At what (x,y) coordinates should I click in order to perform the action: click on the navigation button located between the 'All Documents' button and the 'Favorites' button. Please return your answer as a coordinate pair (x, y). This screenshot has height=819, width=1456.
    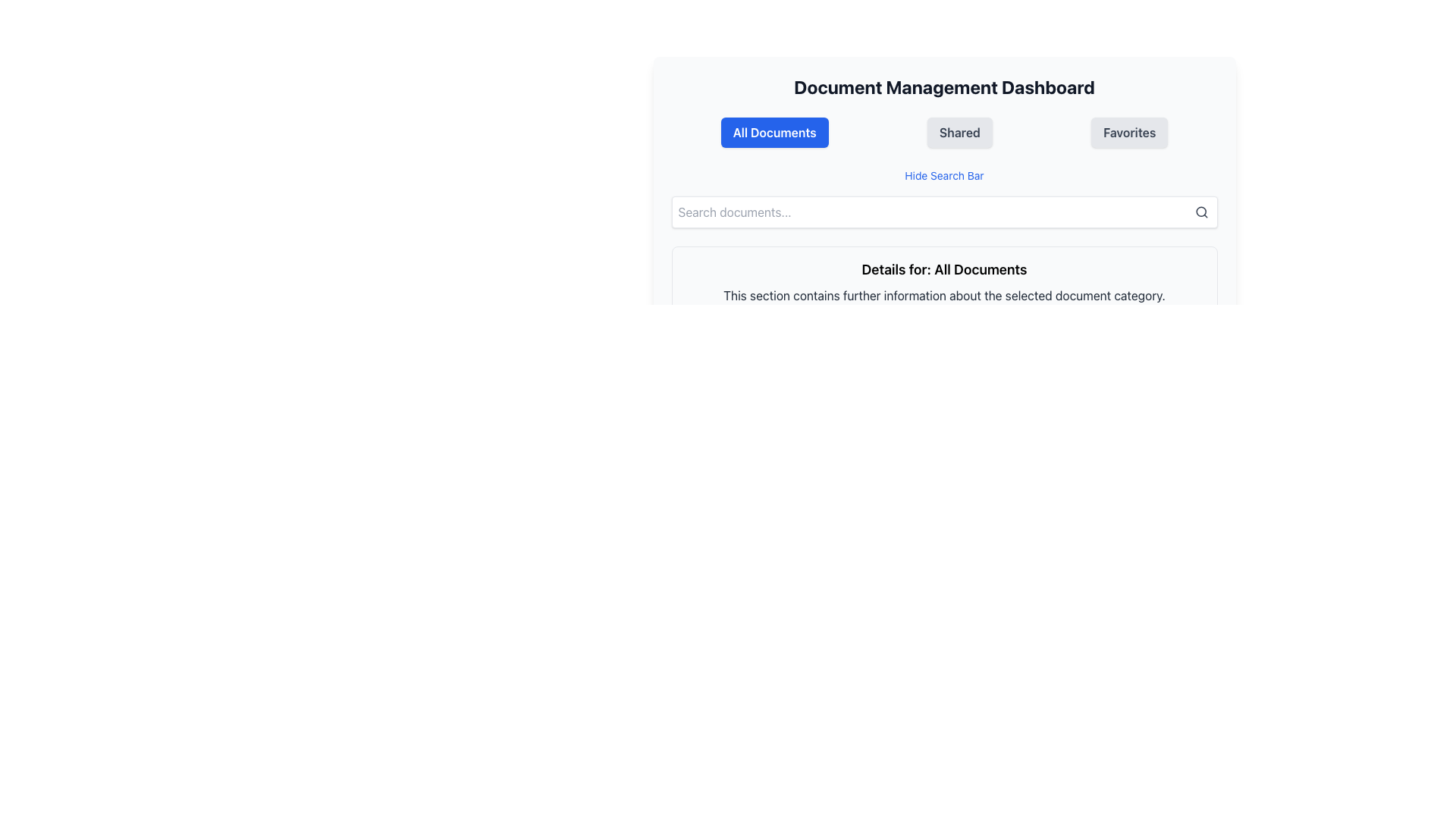
    Looking at the image, I should click on (959, 131).